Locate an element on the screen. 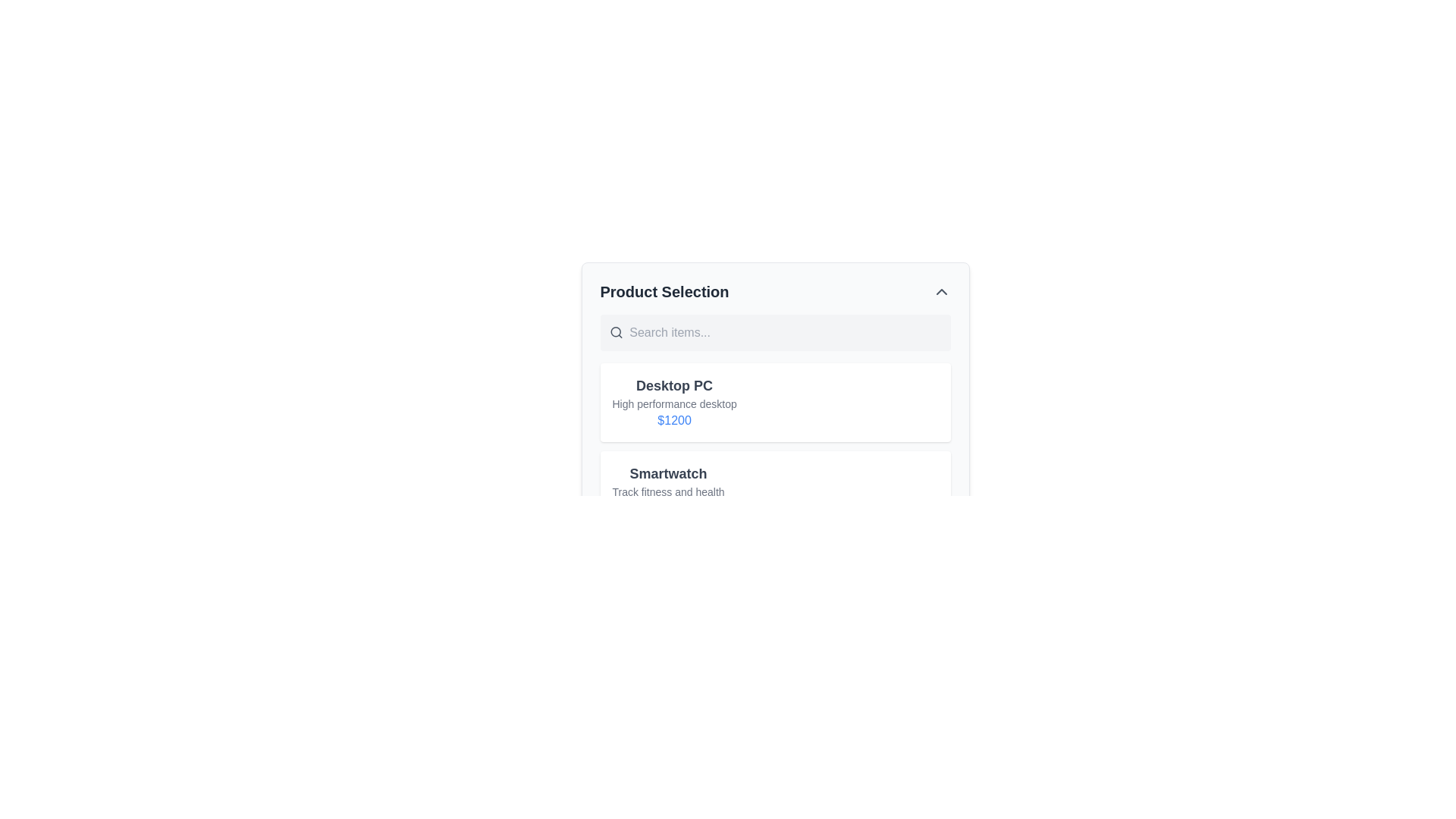 Image resolution: width=1456 pixels, height=819 pixels. the text label displaying 'High performance desktop', which is located below the title 'Desktop PC' and above the price text '$1200' is located at coordinates (673, 403).